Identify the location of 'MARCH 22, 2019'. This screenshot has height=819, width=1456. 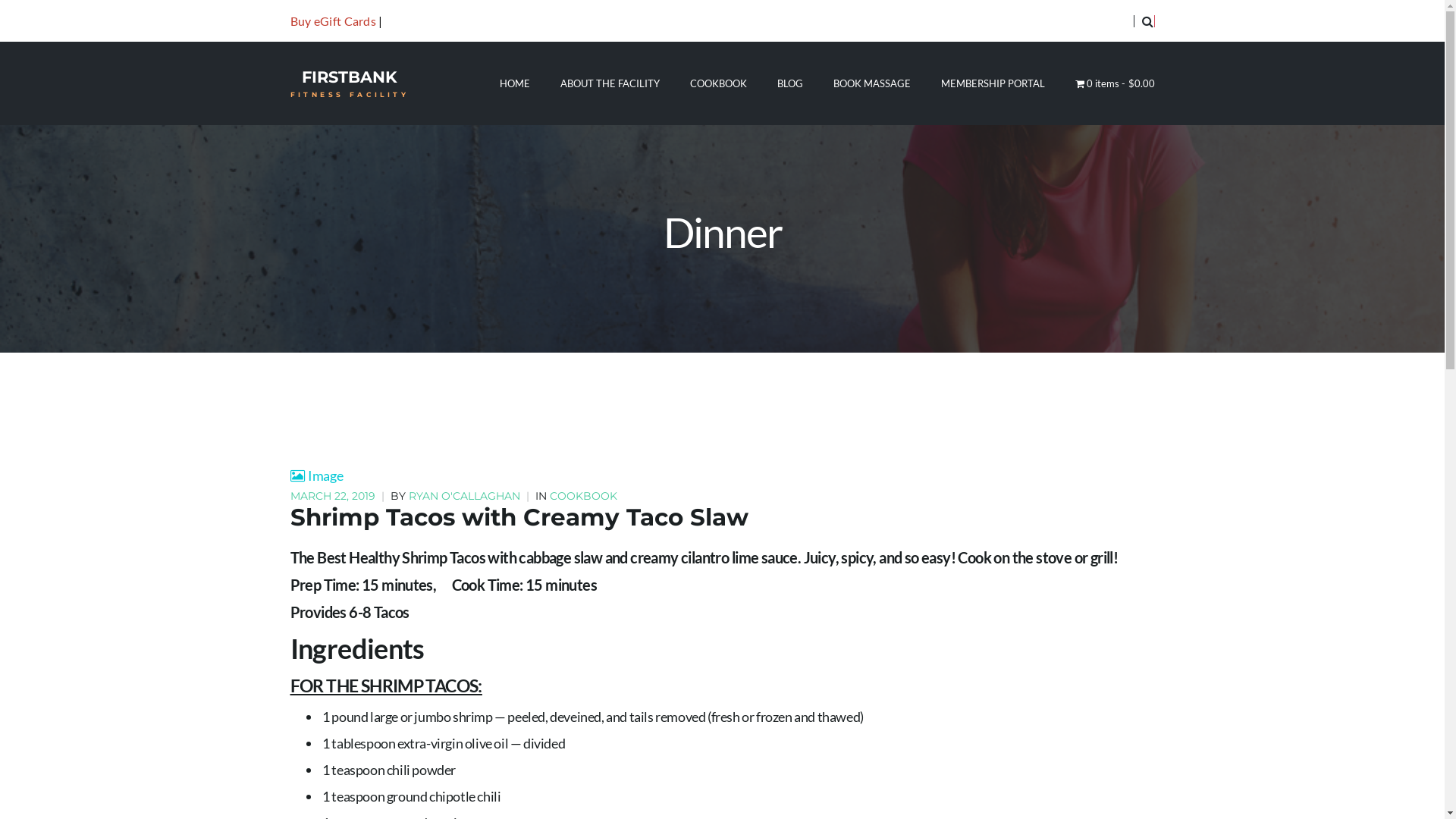
(333, 496).